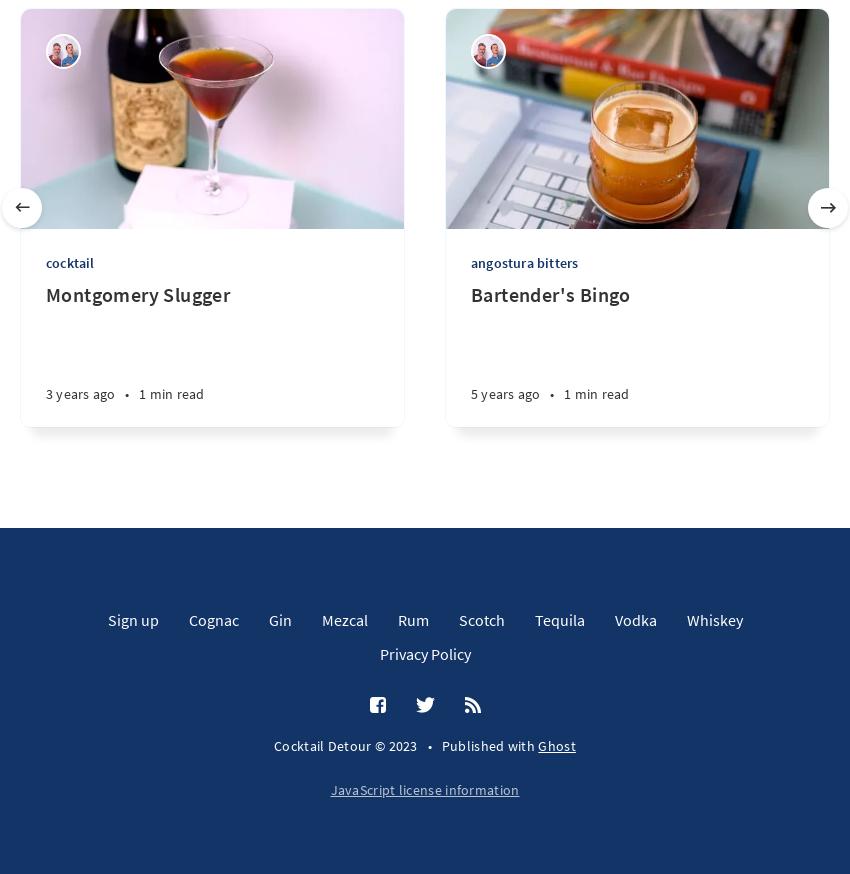  What do you see at coordinates (132, 617) in the screenshot?
I see `'Sign up'` at bounding box center [132, 617].